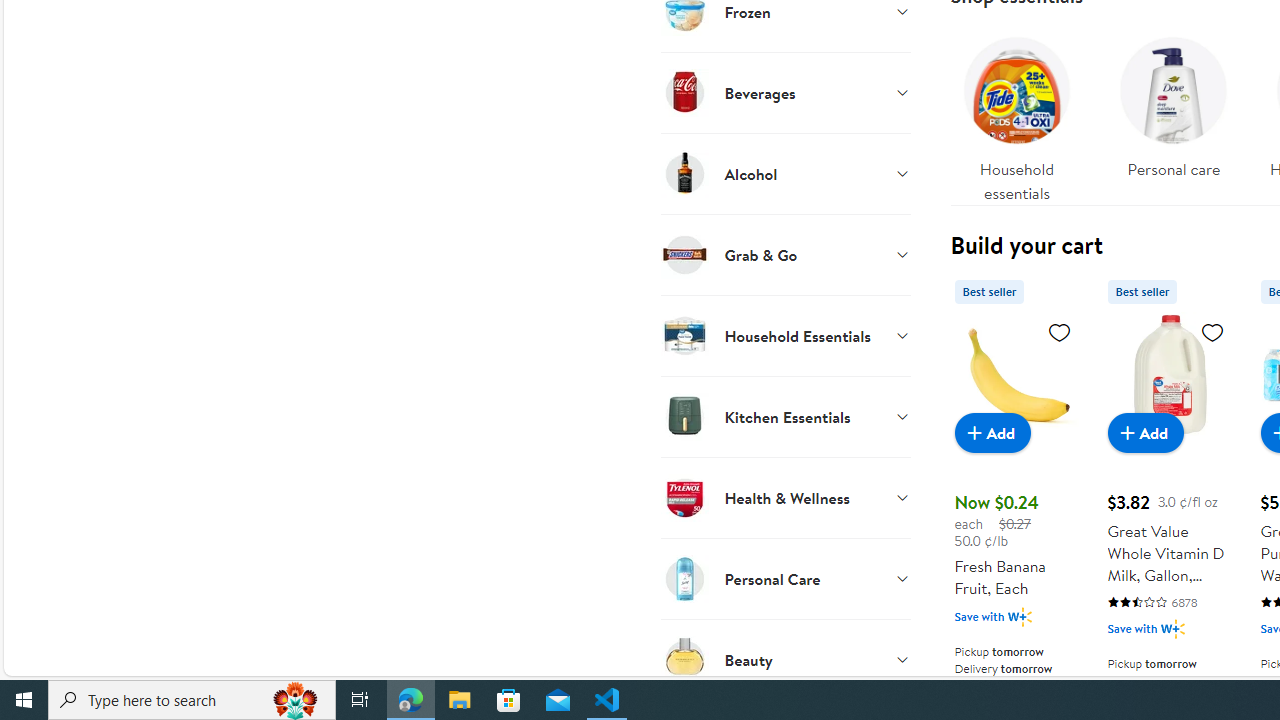 The width and height of the screenshot is (1280, 720). I want to click on 'Grab & Go', so click(784, 253).